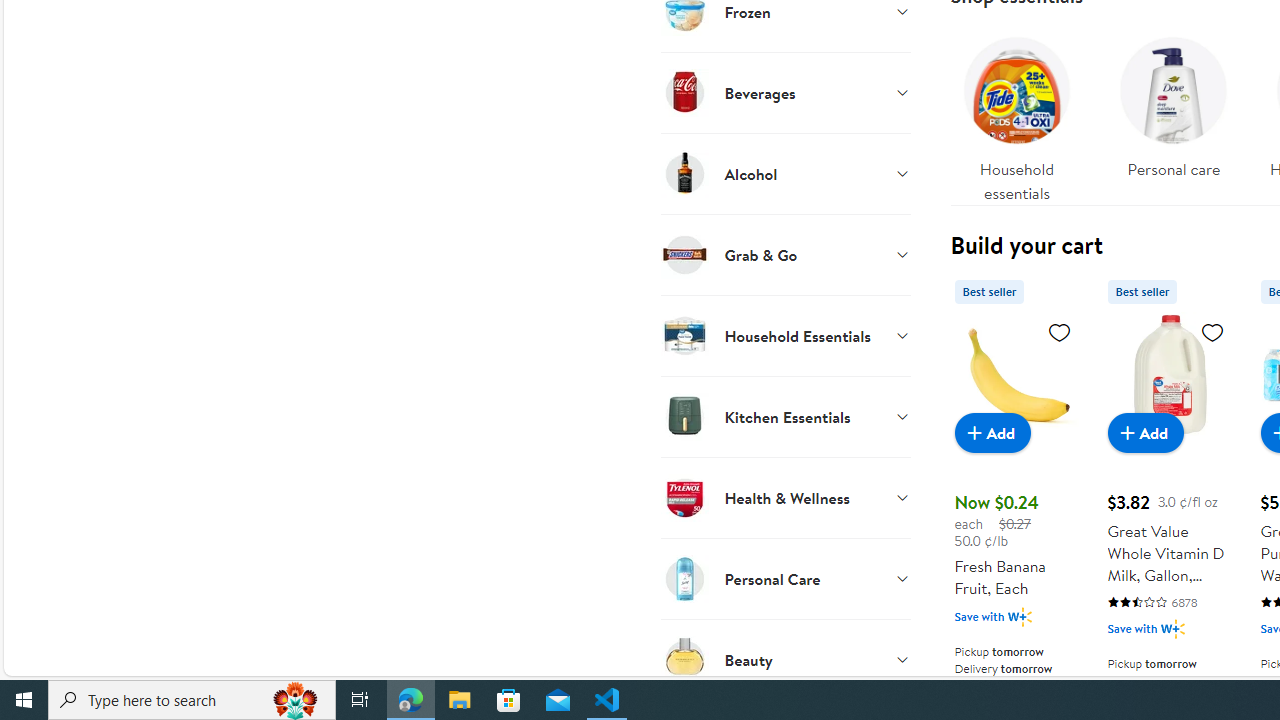 The width and height of the screenshot is (1280, 720). I want to click on 'Grab & Go', so click(784, 253).